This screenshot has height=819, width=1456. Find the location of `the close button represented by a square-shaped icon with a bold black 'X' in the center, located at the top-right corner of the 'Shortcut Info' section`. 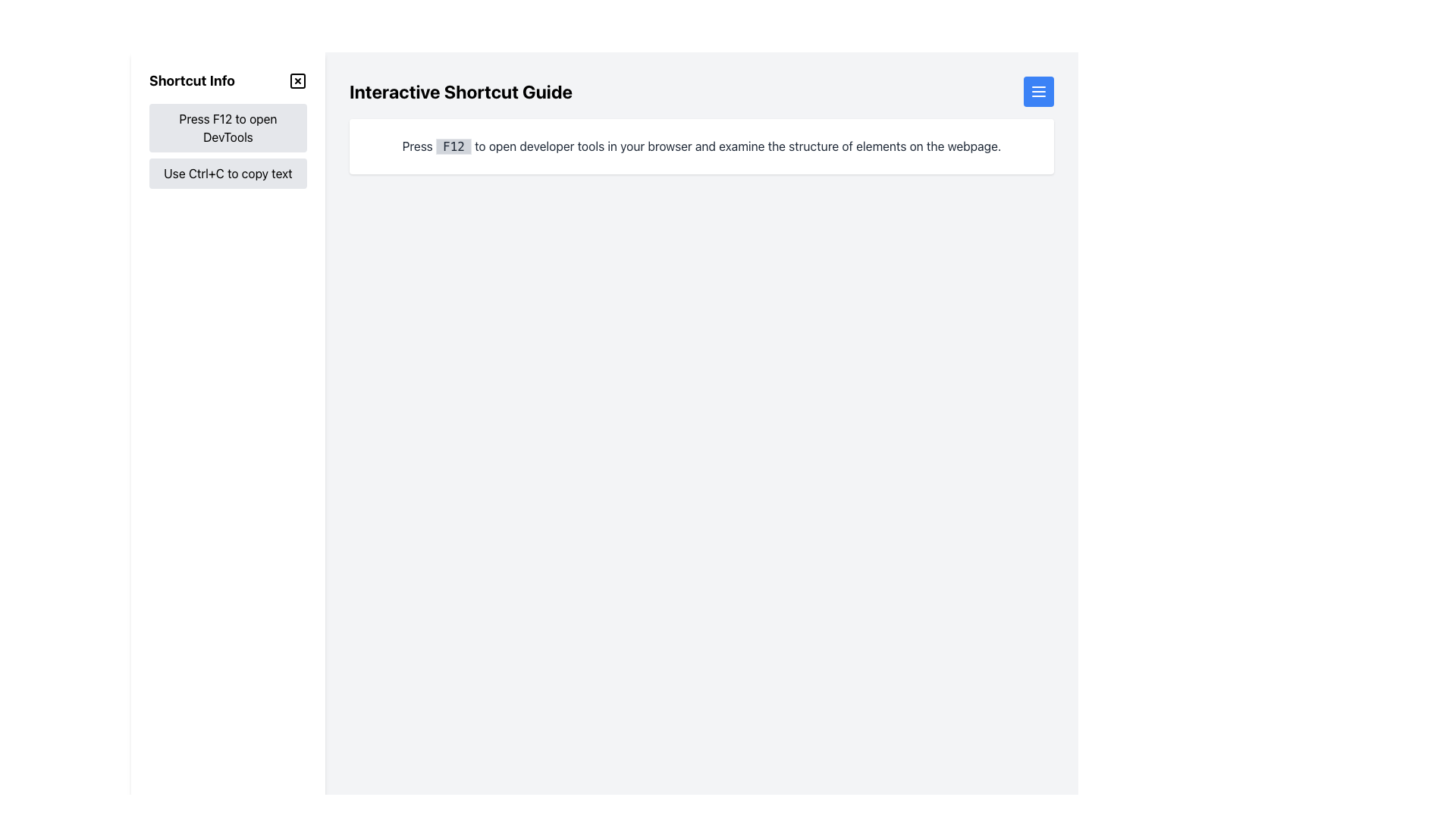

the close button represented by a square-shaped icon with a bold black 'X' in the center, located at the top-right corner of the 'Shortcut Info' section is located at coordinates (298, 81).